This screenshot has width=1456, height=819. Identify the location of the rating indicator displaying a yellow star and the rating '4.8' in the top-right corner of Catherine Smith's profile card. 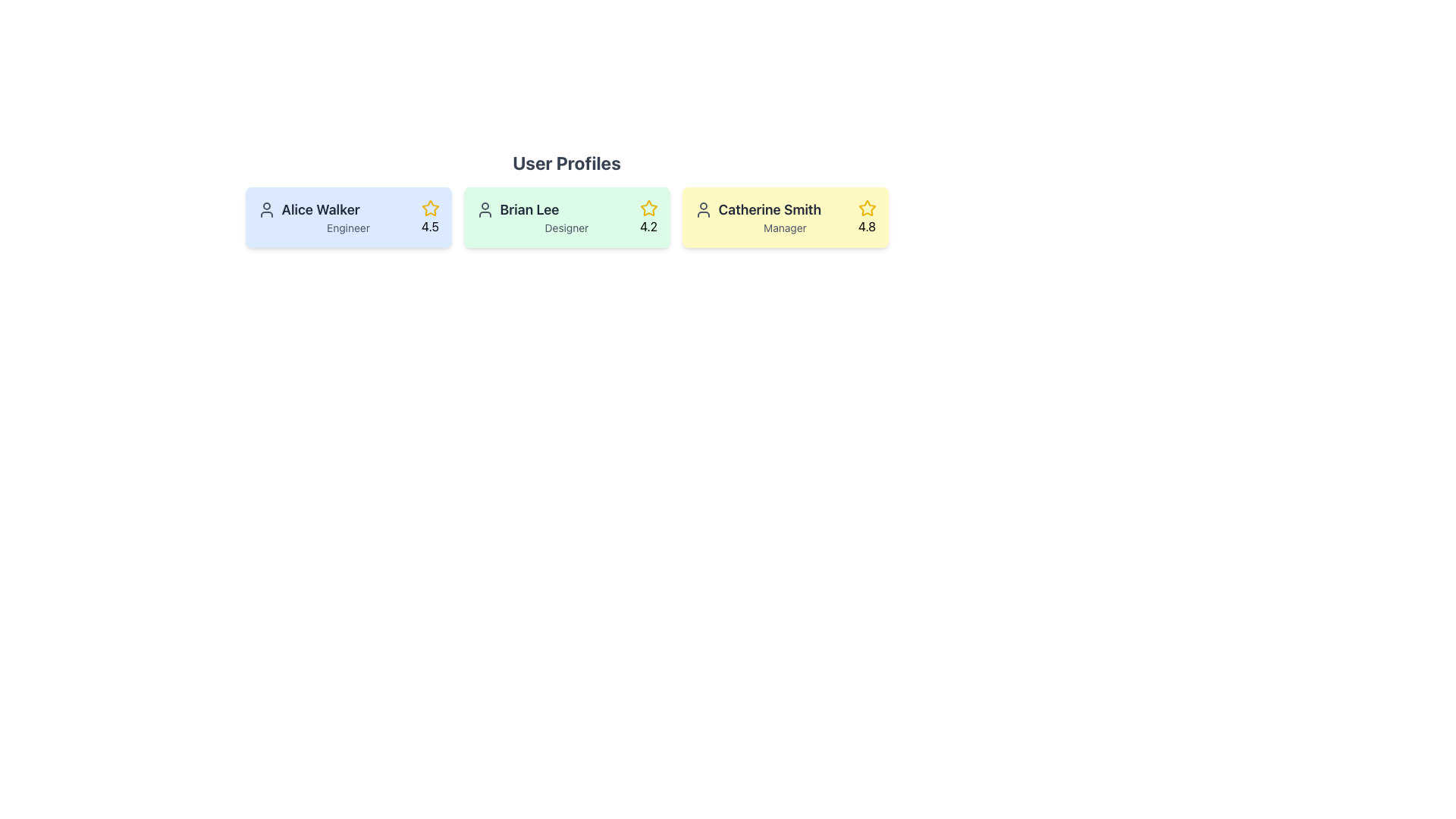
(867, 217).